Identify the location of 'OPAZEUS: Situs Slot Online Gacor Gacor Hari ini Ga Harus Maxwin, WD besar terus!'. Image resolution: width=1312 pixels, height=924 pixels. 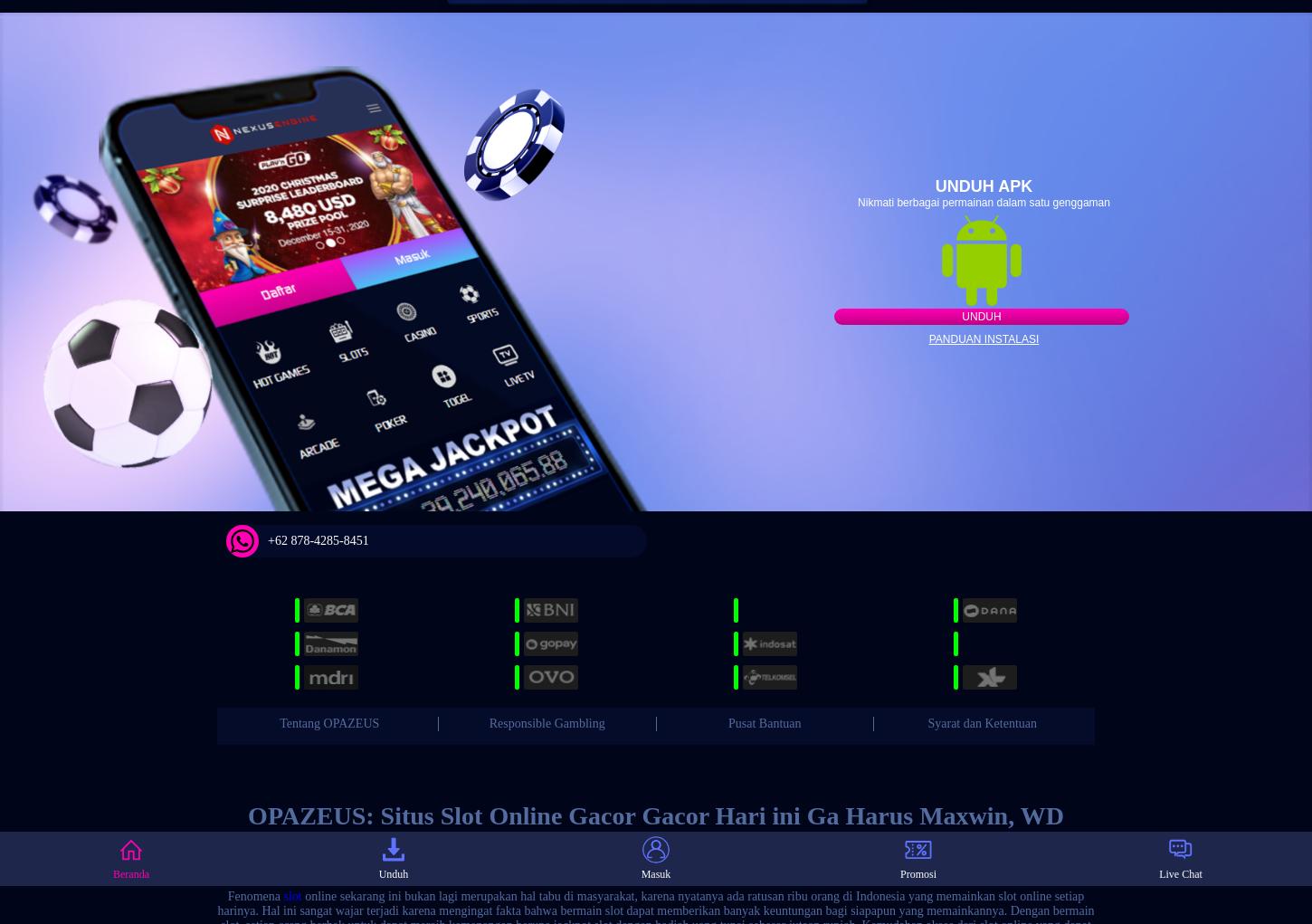
(654, 830).